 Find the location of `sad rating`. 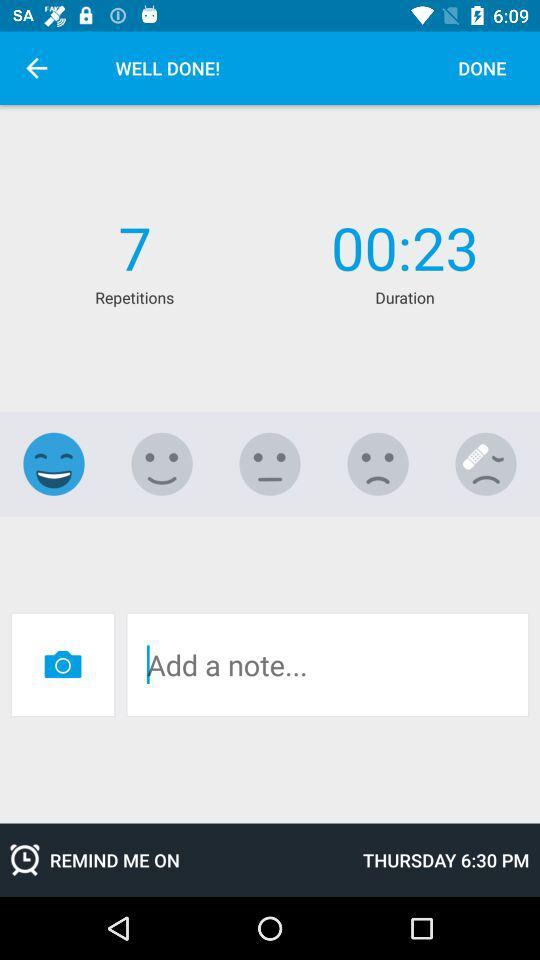

sad rating is located at coordinates (378, 464).